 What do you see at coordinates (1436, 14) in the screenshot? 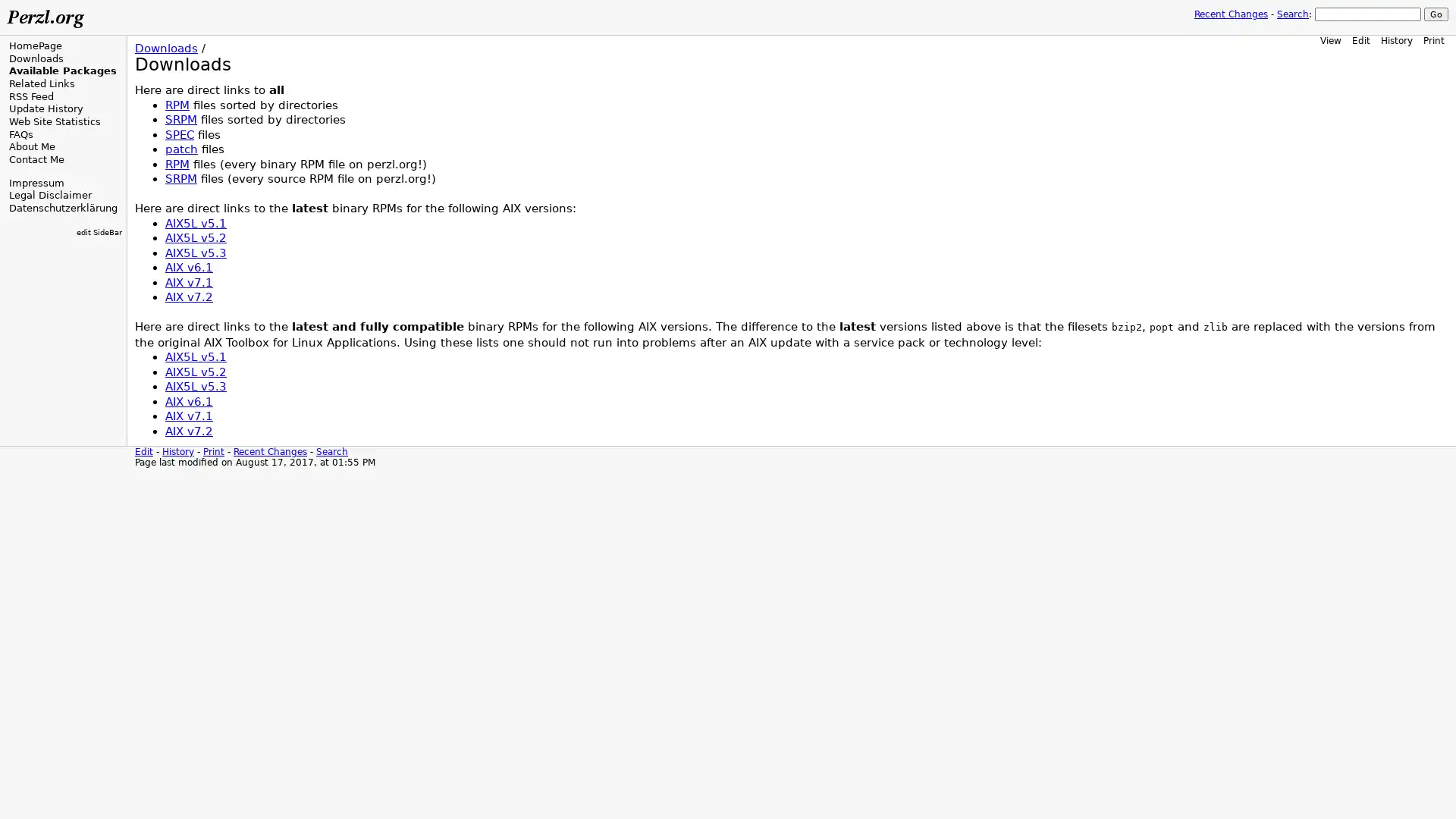
I see `Go` at bounding box center [1436, 14].